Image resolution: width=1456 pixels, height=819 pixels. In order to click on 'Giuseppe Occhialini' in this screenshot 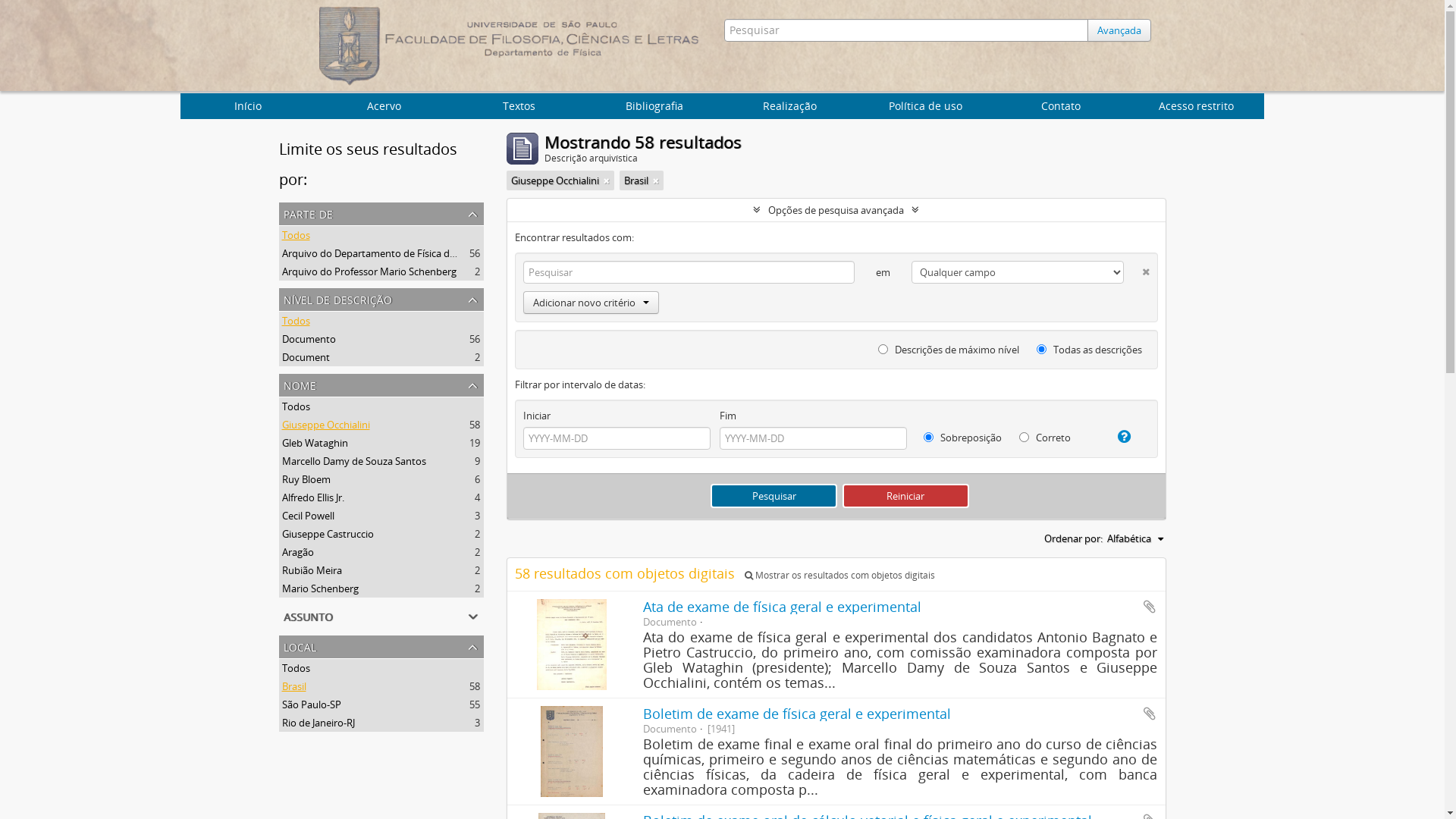, I will do `click(325, 424)`.